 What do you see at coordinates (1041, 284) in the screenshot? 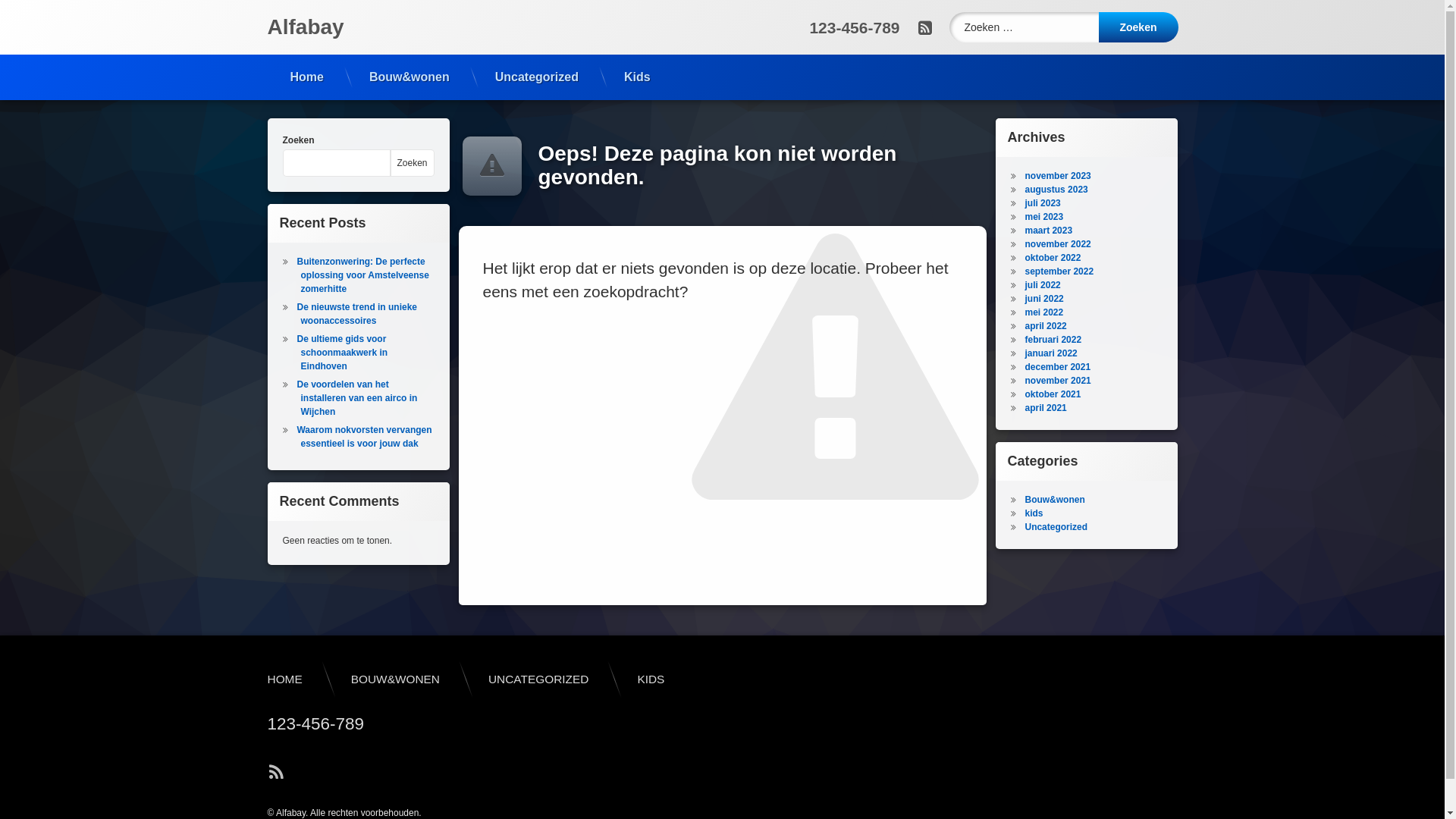
I see `'juli 2022'` at bounding box center [1041, 284].